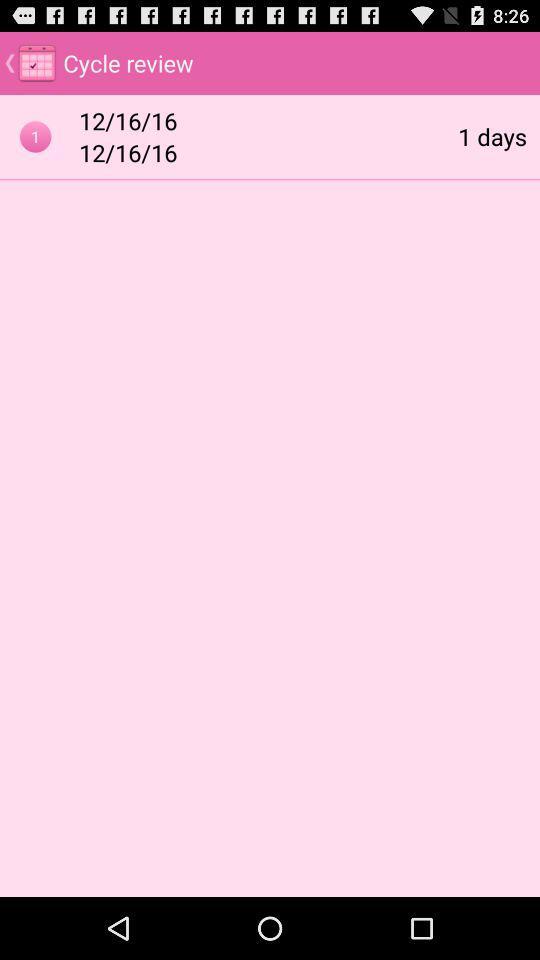  Describe the element at coordinates (491, 135) in the screenshot. I see `app to the right of the 12/16/16 app` at that location.